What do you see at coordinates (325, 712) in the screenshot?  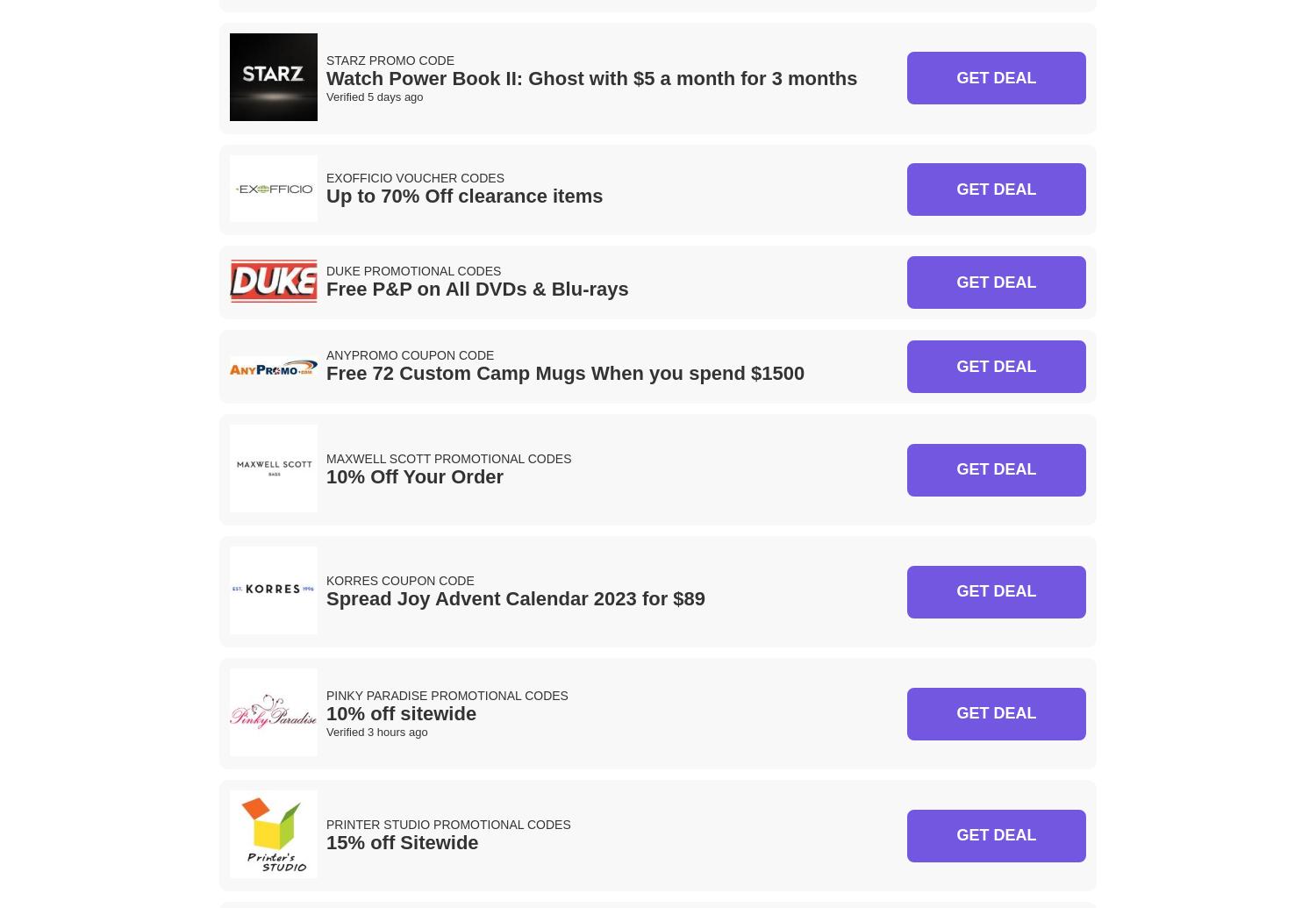 I see `'10% off sitewide'` at bounding box center [325, 712].